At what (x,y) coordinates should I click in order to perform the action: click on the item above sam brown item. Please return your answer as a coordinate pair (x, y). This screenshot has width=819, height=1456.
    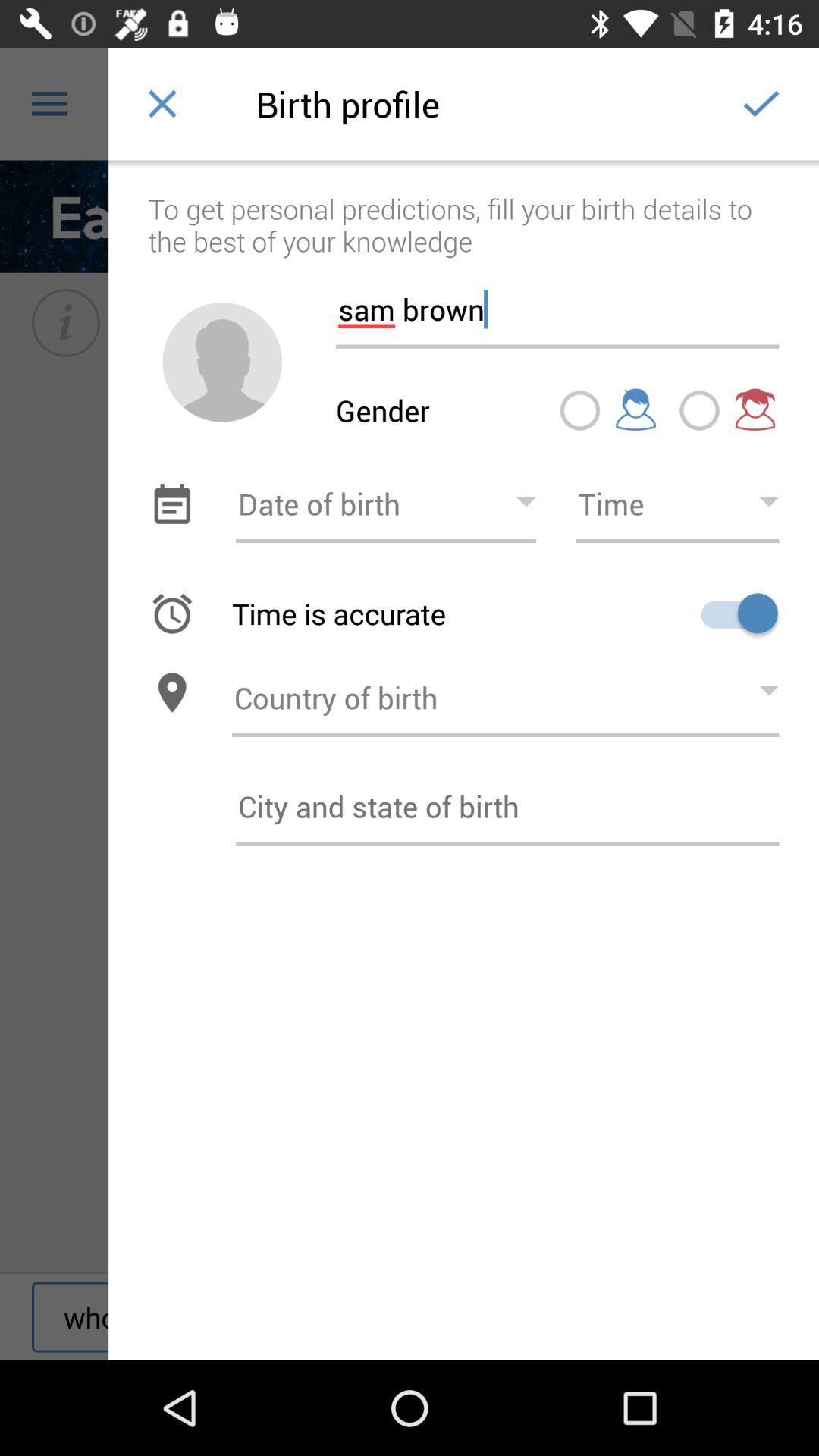
    Looking at the image, I should click on (463, 209).